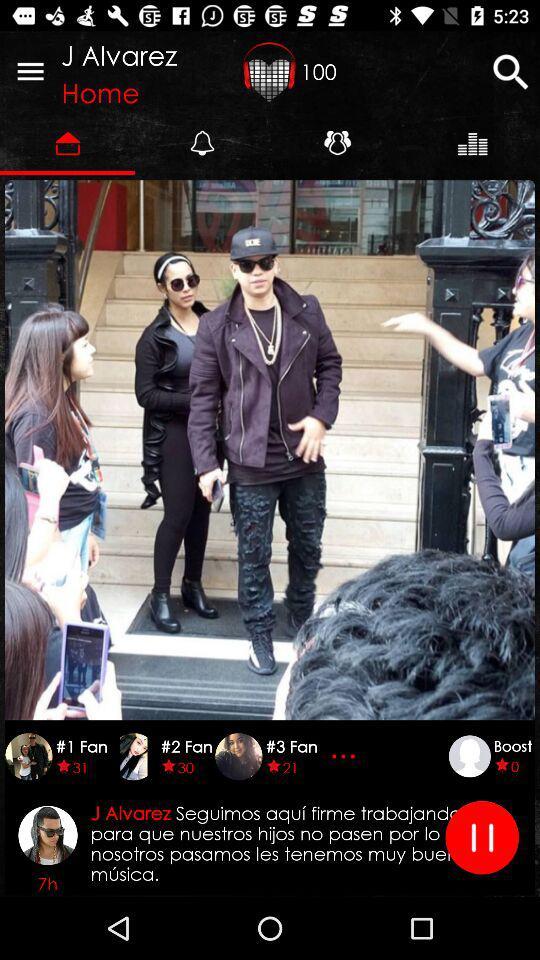 The image size is (540, 960). Describe the element at coordinates (510, 71) in the screenshot. I see `the icon to the right of 100` at that location.